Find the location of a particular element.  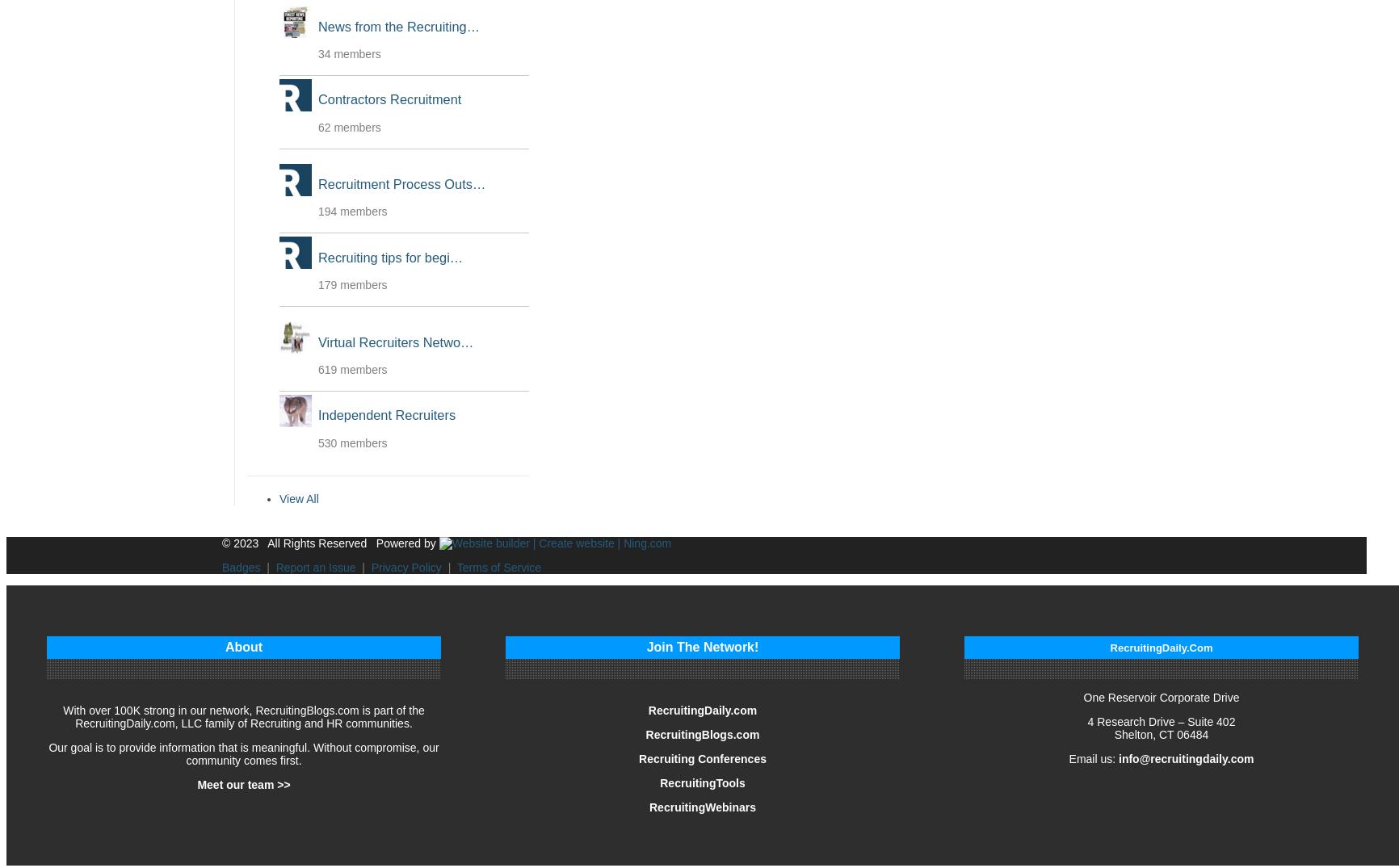

'34 members' is located at coordinates (348, 53).